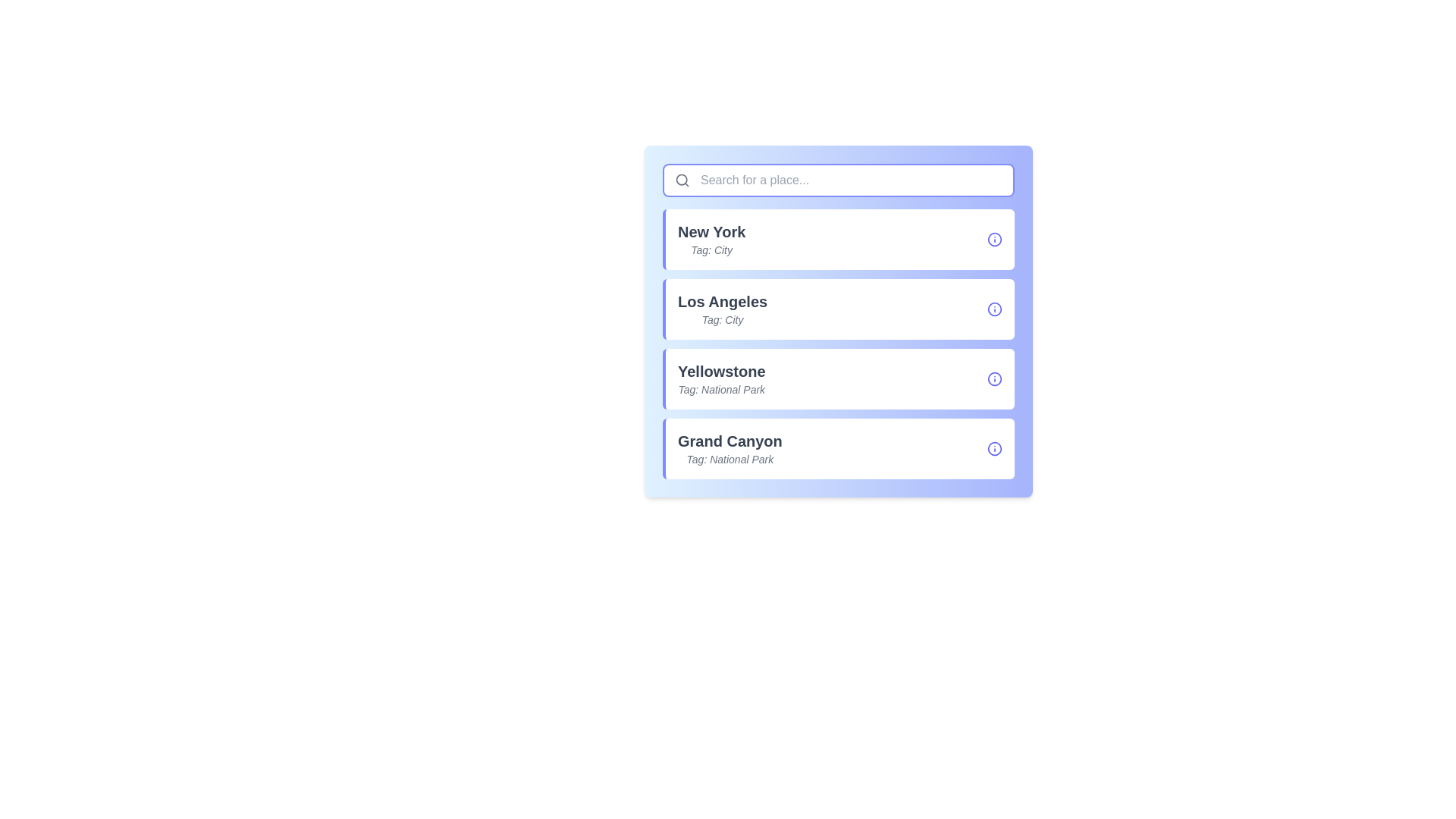 The image size is (1456, 819). I want to click on the circular icon/button with a blue border located to the right of the 'New York' row in the vertical list of place names, so click(994, 239).